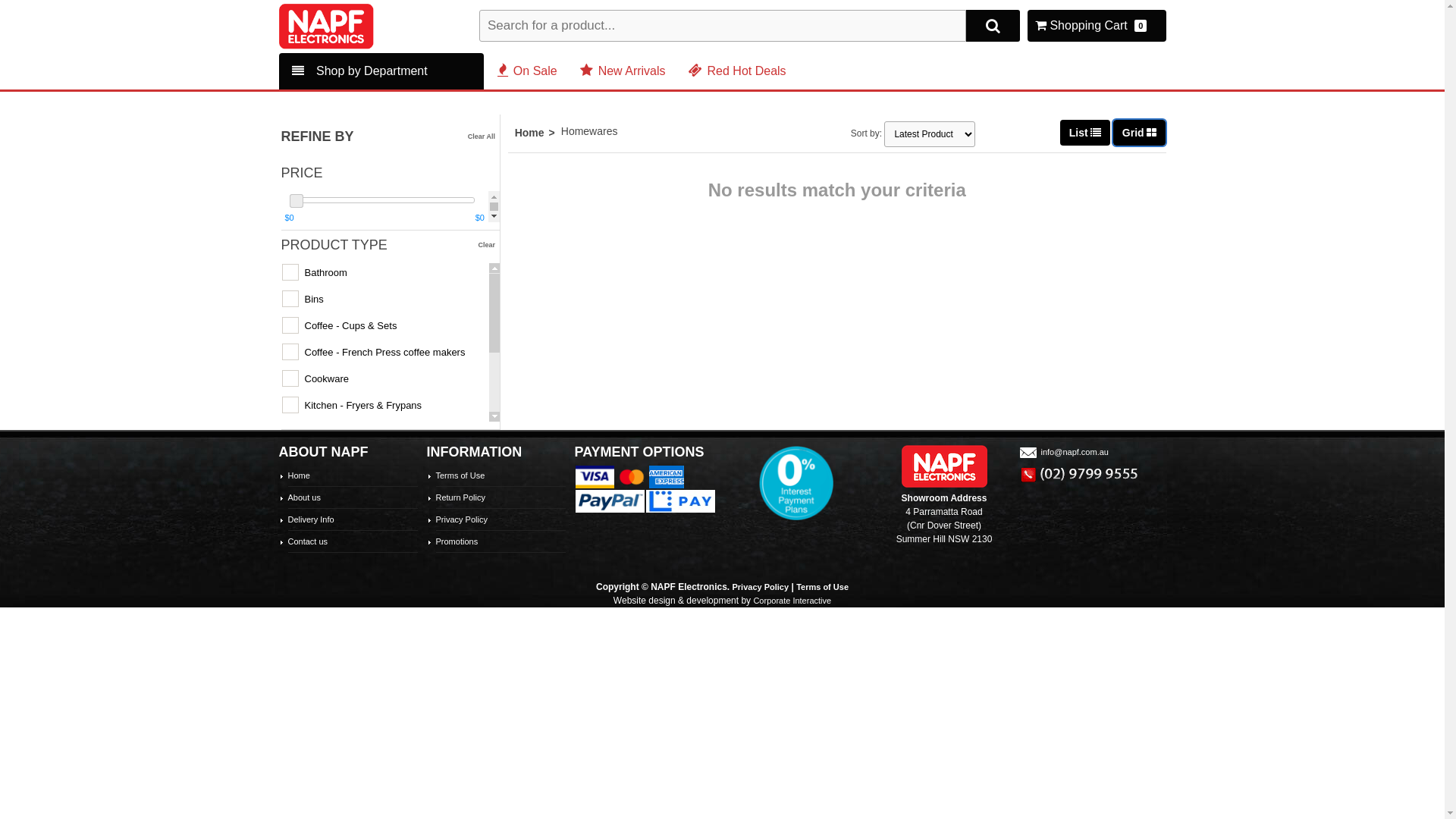  What do you see at coordinates (761, 586) in the screenshot?
I see `'Privacy Policy'` at bounding box center [761, 586].